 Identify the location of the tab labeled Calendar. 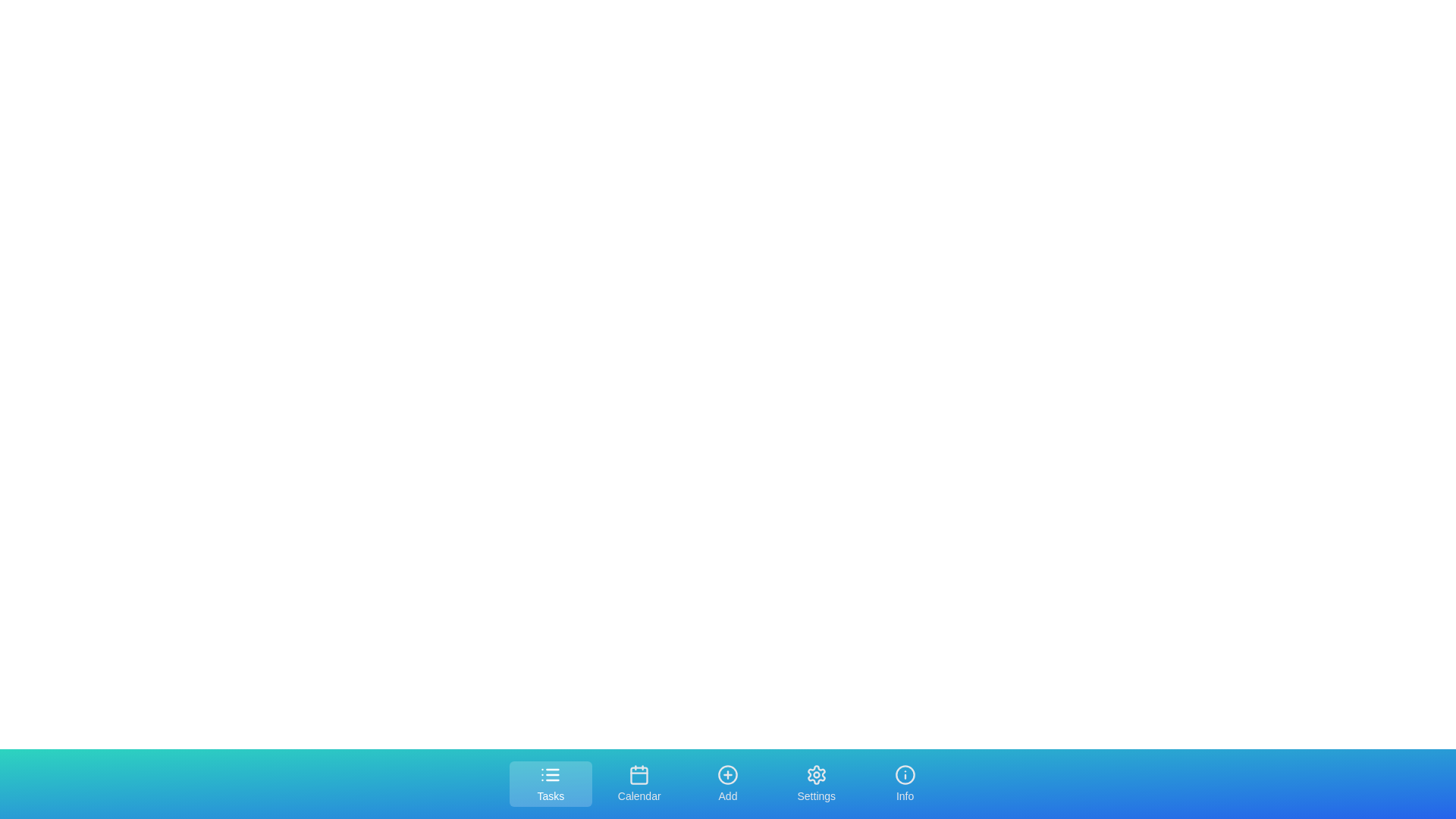
(639, 783).